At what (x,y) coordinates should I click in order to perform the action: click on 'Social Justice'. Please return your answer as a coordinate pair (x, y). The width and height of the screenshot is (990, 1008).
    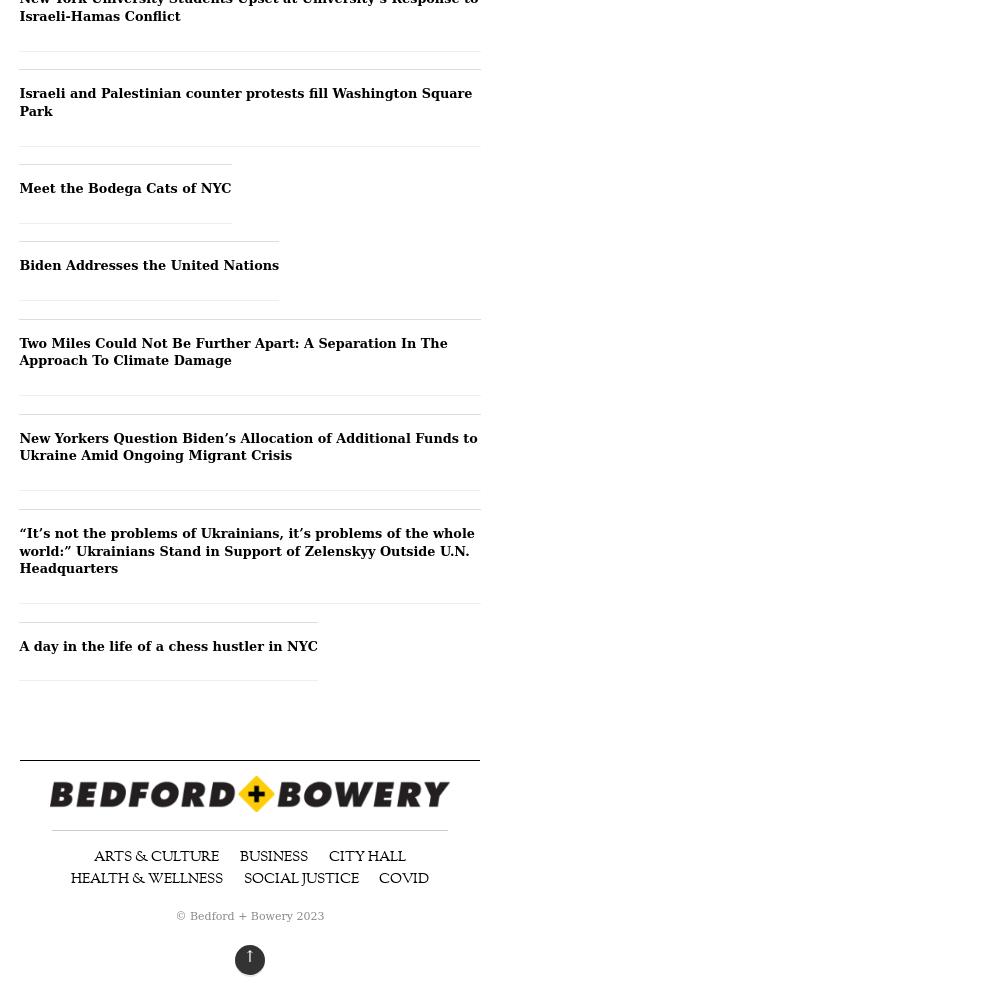
    Looking at the image, I should click on (299, 877).